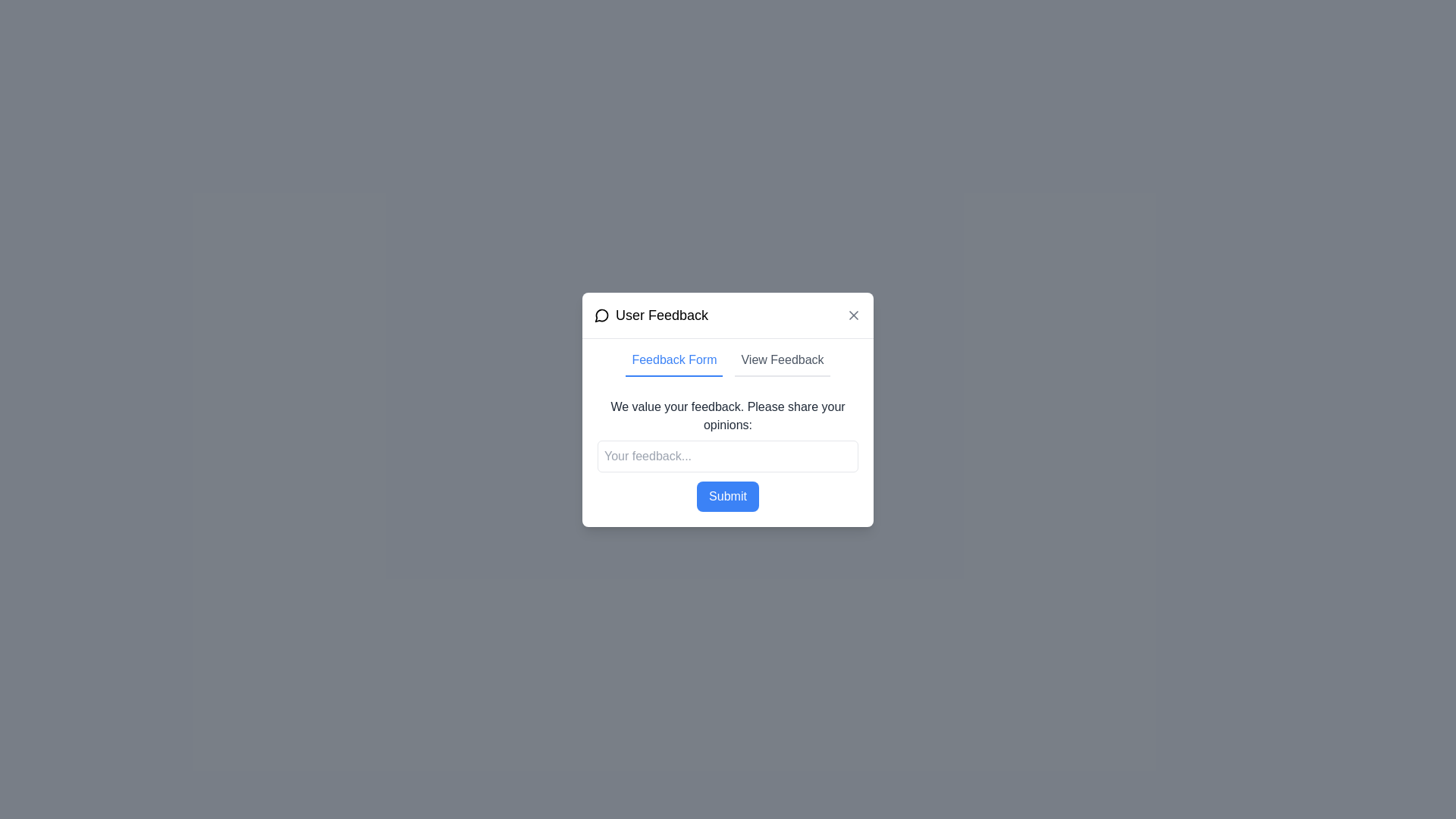  What do you see at coordinates (651, 314) in the screenshot?
I see `displayed text of the Label with an accompanying icon, located at the center top of the feedback dialog` at bounding box center [651, 314].